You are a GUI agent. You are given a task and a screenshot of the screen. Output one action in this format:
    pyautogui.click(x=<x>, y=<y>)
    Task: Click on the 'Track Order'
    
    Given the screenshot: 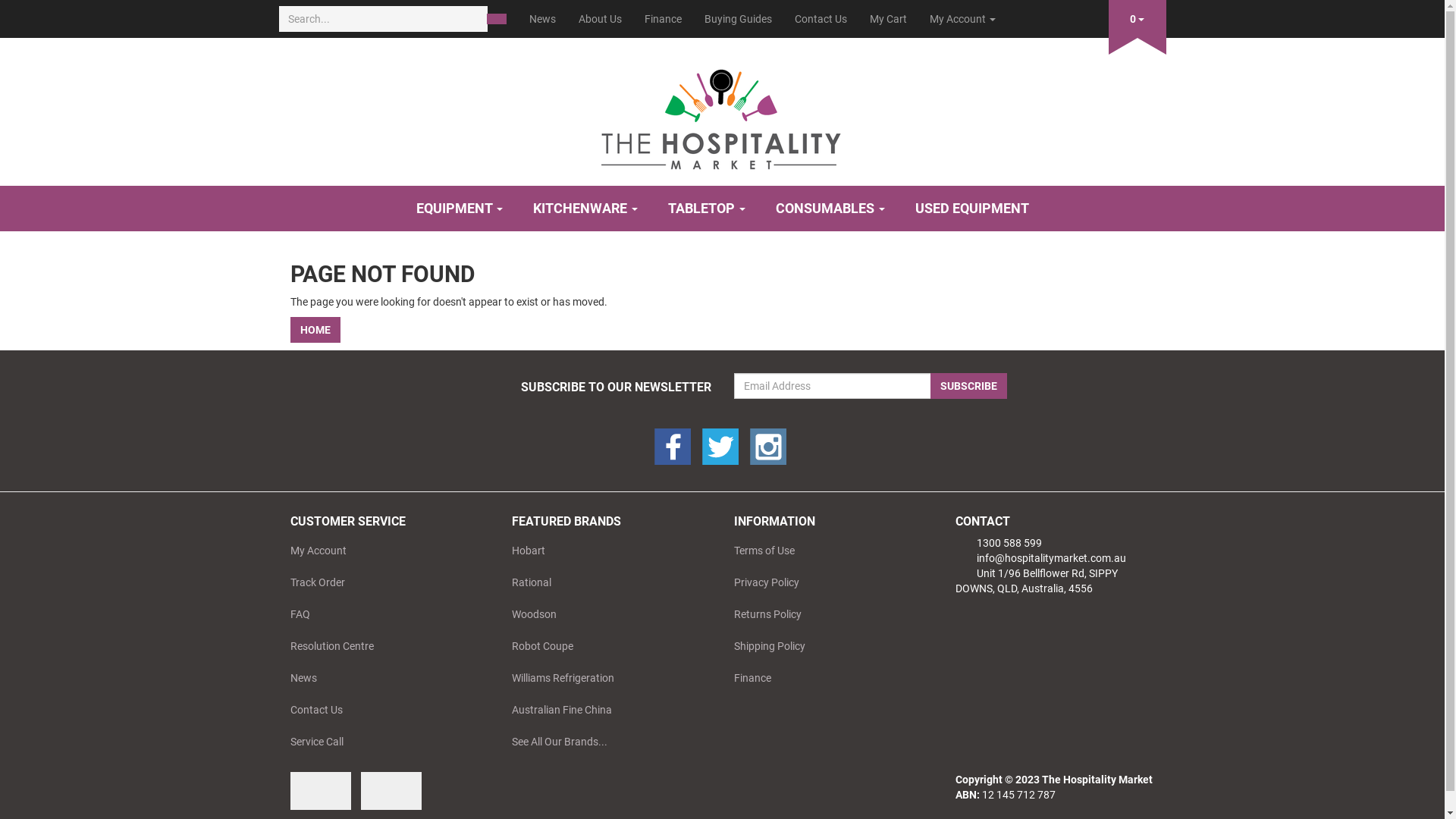 What is the action you would take?
    pyautogui.click(x=279, y=581)
    